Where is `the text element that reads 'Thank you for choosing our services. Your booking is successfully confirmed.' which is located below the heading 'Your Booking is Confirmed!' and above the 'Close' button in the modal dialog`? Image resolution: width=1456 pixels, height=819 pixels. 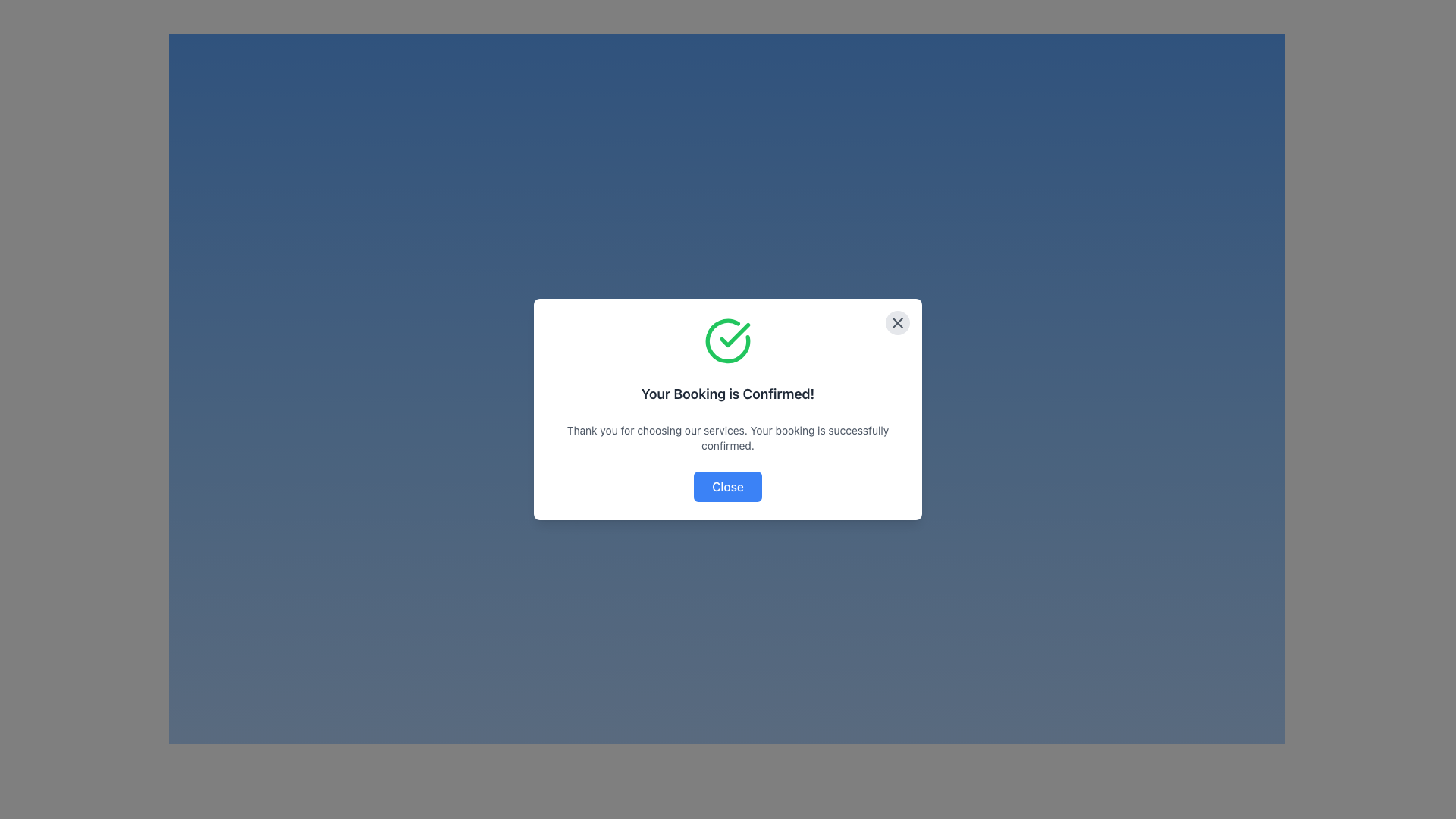 the text element that reads 'Thank you for choosing our services. Your booking is successfully confirmed.' which is located below the heading 'Your Booking is Confirmed!' and above the 'Close' button in the modal dialog is located at coordinates (728, 438).